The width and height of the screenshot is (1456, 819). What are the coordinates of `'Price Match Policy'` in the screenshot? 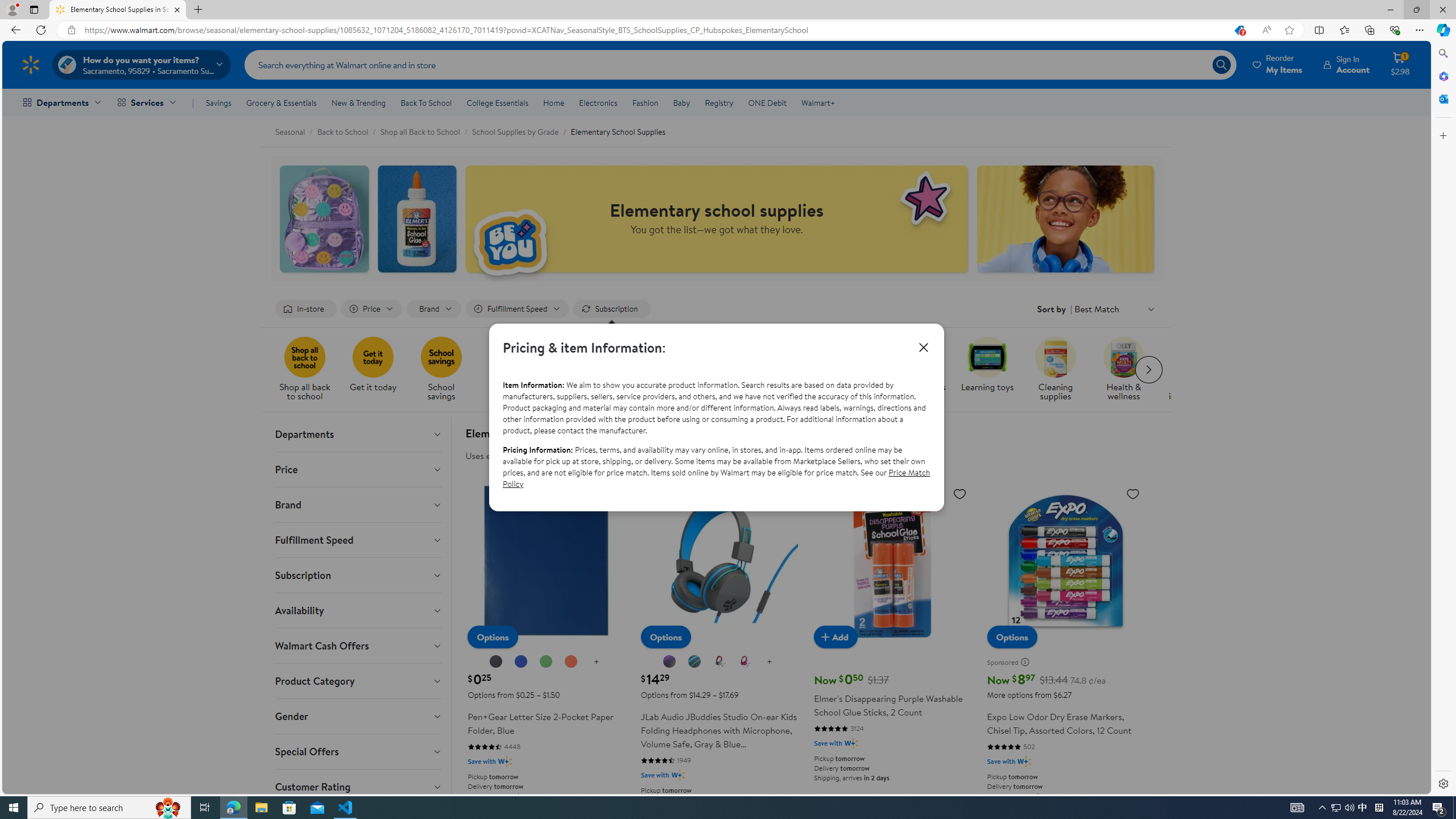 It's located at (716, 477).